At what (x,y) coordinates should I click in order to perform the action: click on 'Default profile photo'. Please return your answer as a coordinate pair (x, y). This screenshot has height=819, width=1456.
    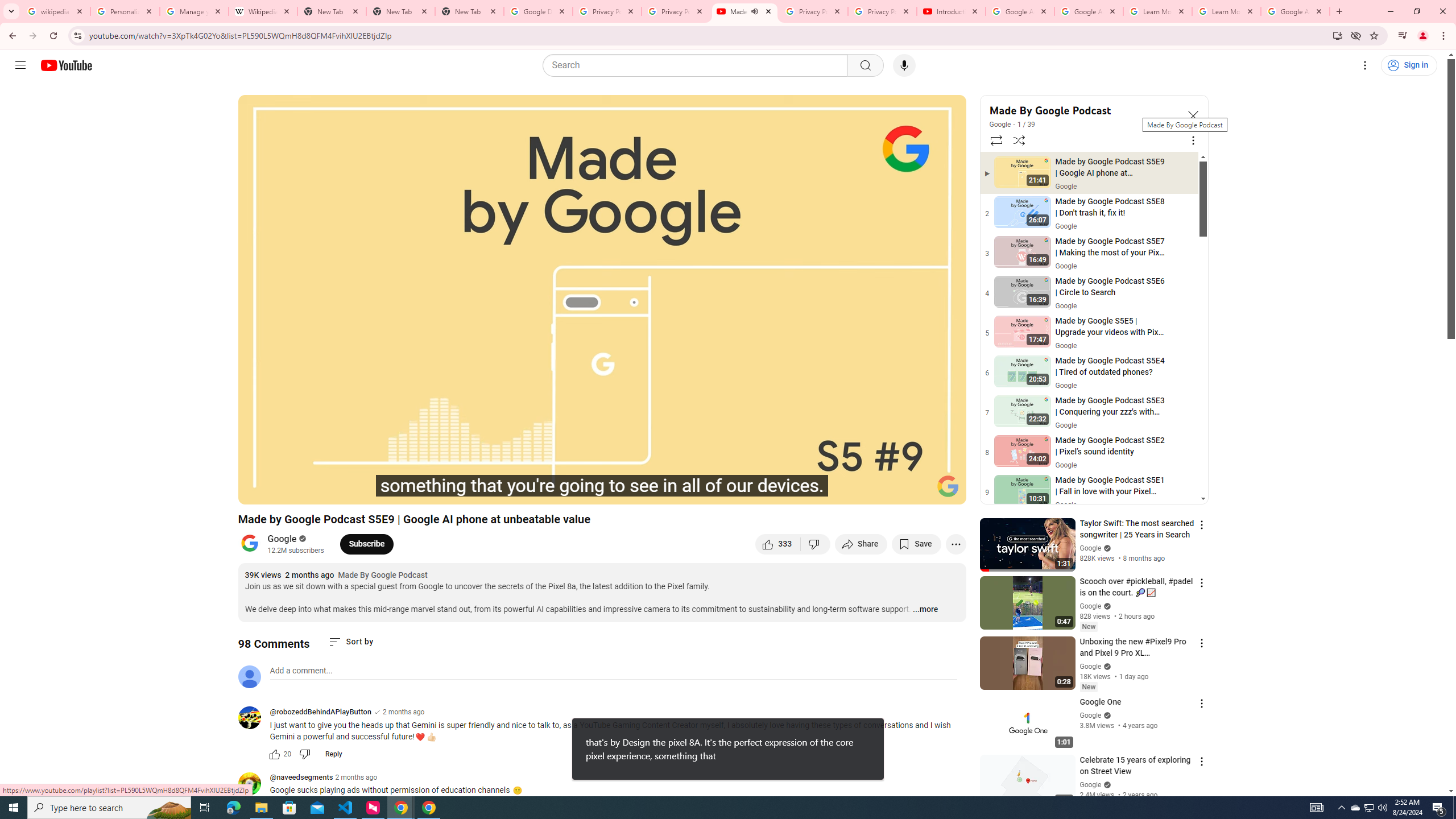
    Looking at the image, I should click on (248, 676).